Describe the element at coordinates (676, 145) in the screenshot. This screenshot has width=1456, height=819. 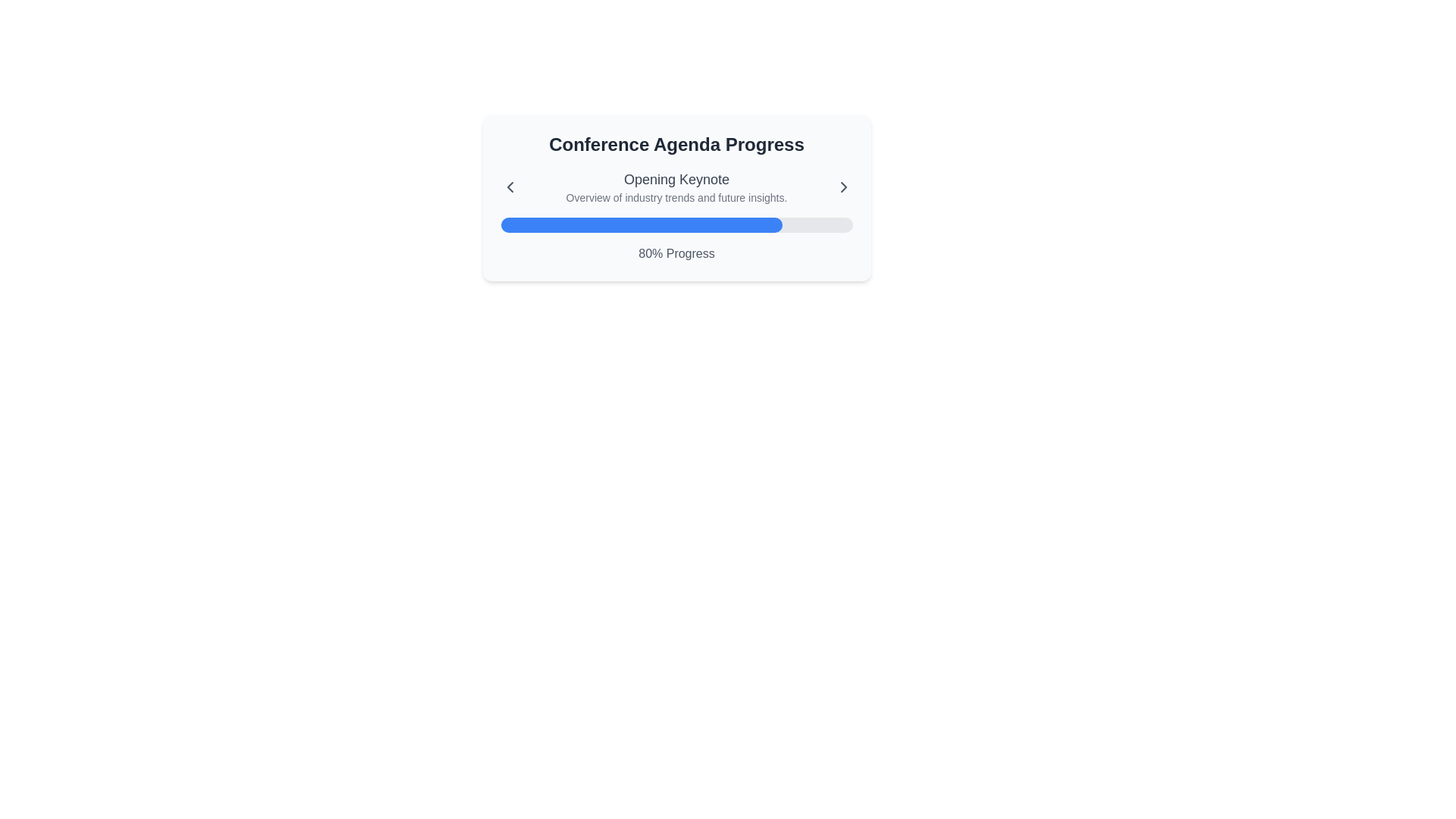
I see `the bold text label saying 'Conference Agenda Progress', which is styled prominently in a large font and centered at the top of the interface` at that location.